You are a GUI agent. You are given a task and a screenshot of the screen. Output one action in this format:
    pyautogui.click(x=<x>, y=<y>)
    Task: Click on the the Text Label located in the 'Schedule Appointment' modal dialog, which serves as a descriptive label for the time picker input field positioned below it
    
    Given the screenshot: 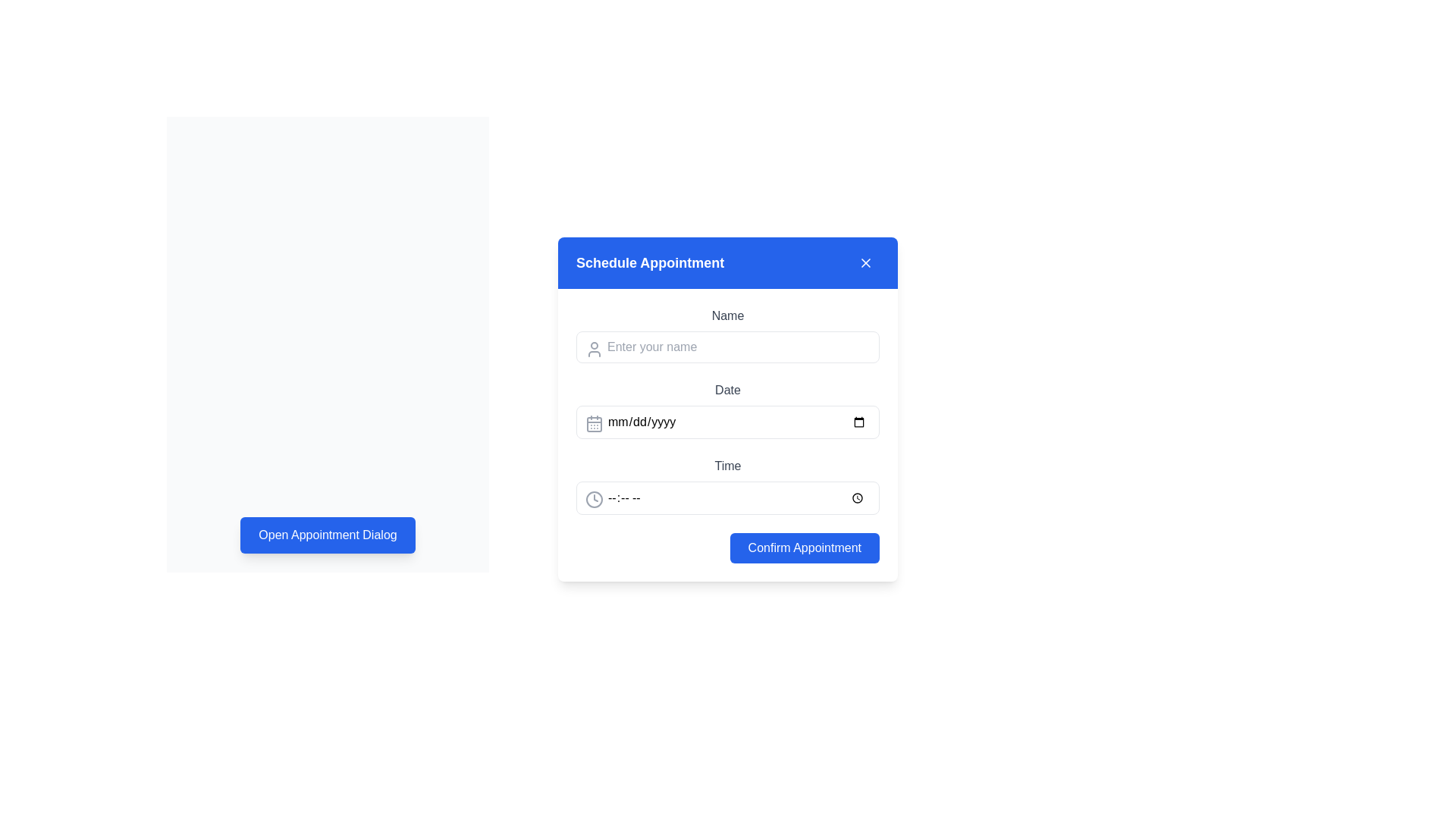 What is the action you would take?
    pyautogui.click(x=728, y=465)
    